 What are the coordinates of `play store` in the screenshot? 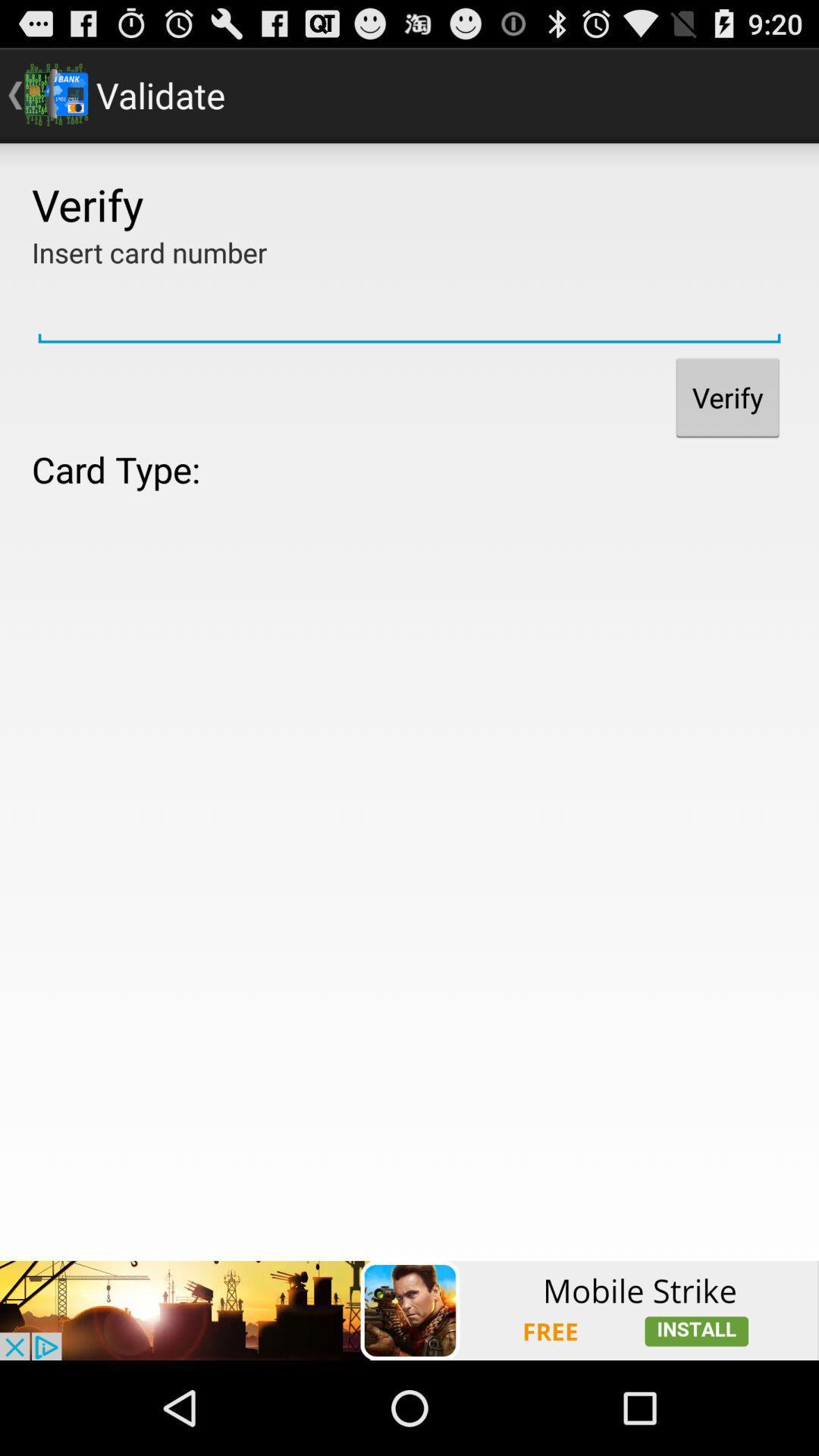 It's located at (409, 1310).